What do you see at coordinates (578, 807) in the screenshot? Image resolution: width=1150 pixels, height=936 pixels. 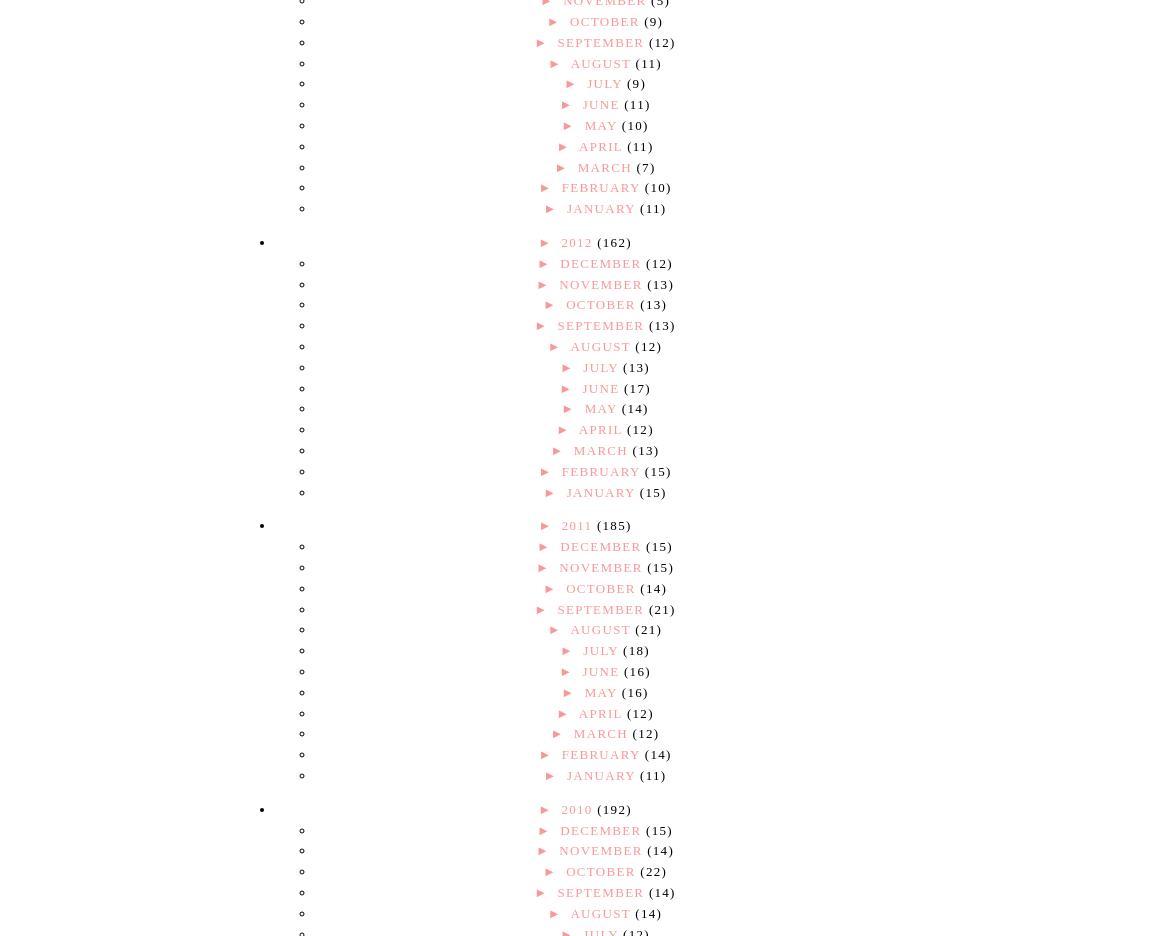 I see `'2010'` at bounding box center [578, 807].